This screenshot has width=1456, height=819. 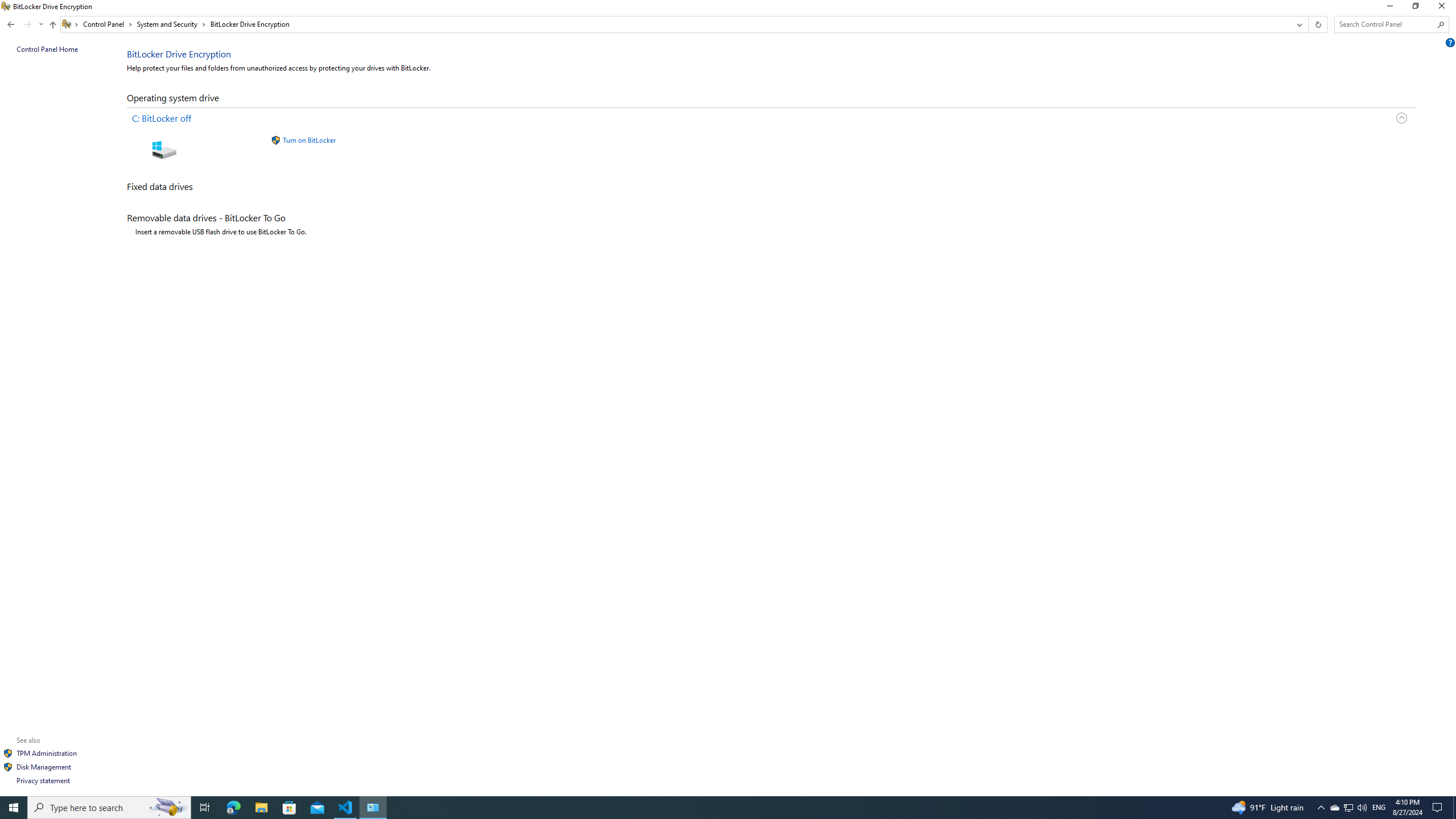 What do you see at coordinates (27, 24) in the screenshot?
I see `'Forward (Alt + Right Arrow)'` at bounding box center [27, 24].